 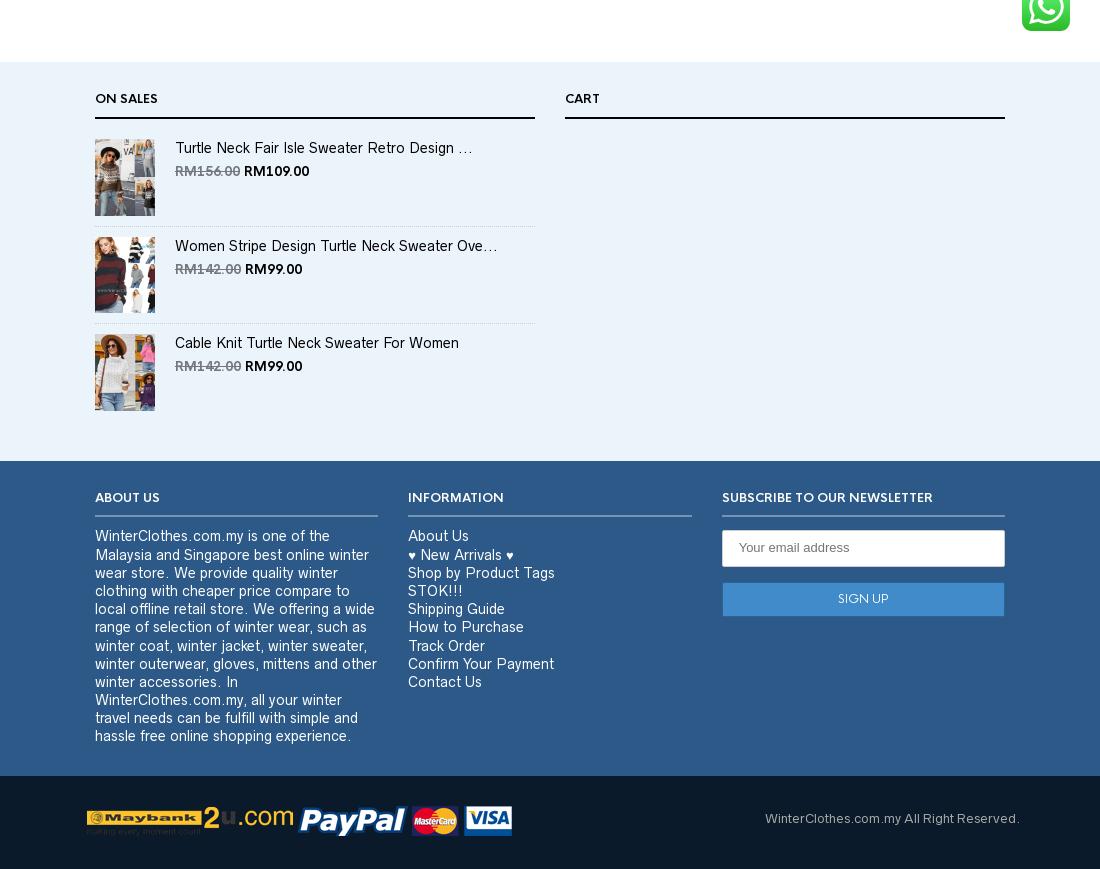 What do you see at coordinates (407, 701) in the screenshot?
I see `'Confirm Your Payment'` at bounding box center [407, 701].